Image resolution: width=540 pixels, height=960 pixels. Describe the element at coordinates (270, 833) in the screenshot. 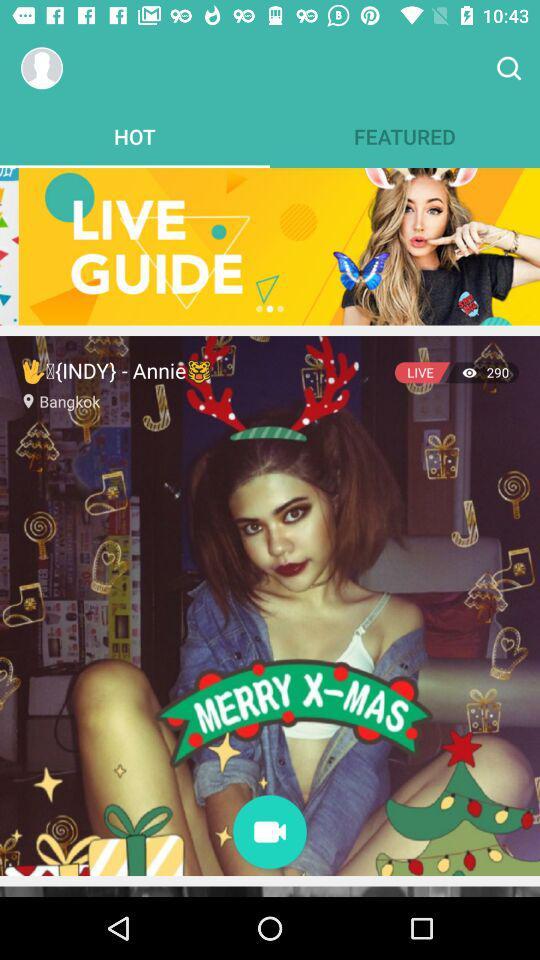

I see `use camera` at that location.